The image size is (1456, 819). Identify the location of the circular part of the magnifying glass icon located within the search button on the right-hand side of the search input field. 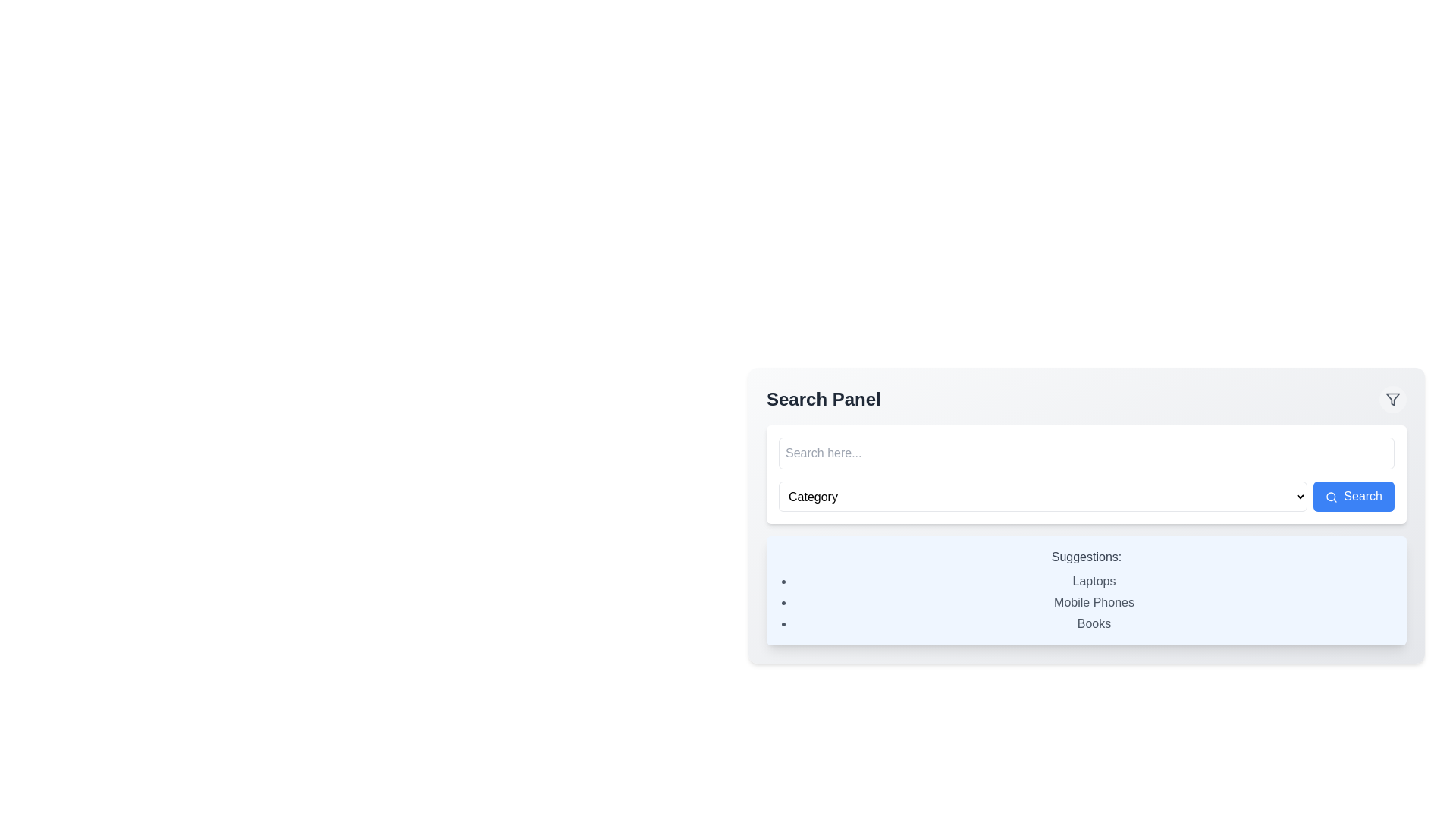
(1330, 497).